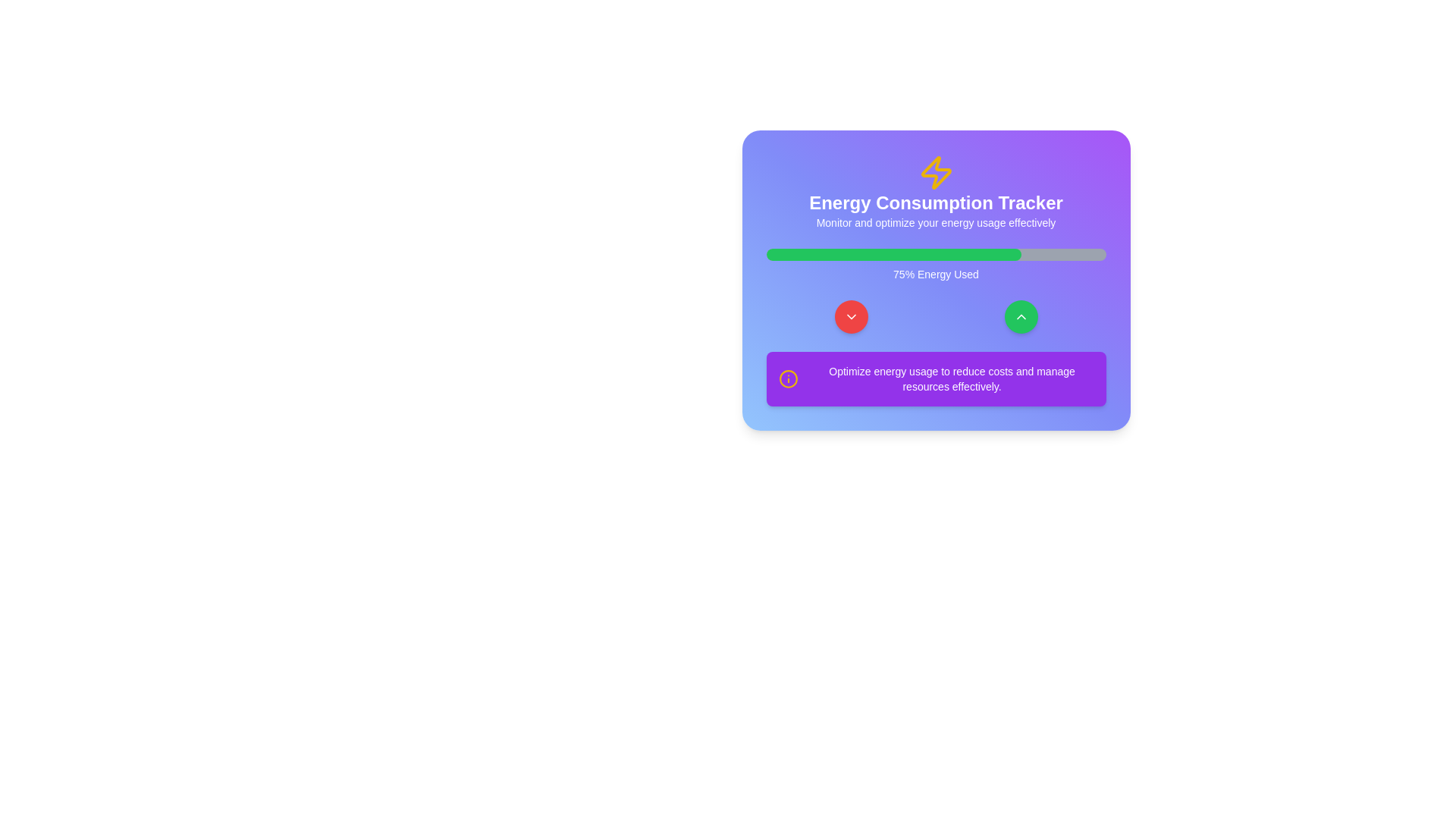  Describe the element at coordinates (1021, 315) in the screenshot. I see `the upward chevron SVG icon, which is centrally located within a green circular button` at that location.